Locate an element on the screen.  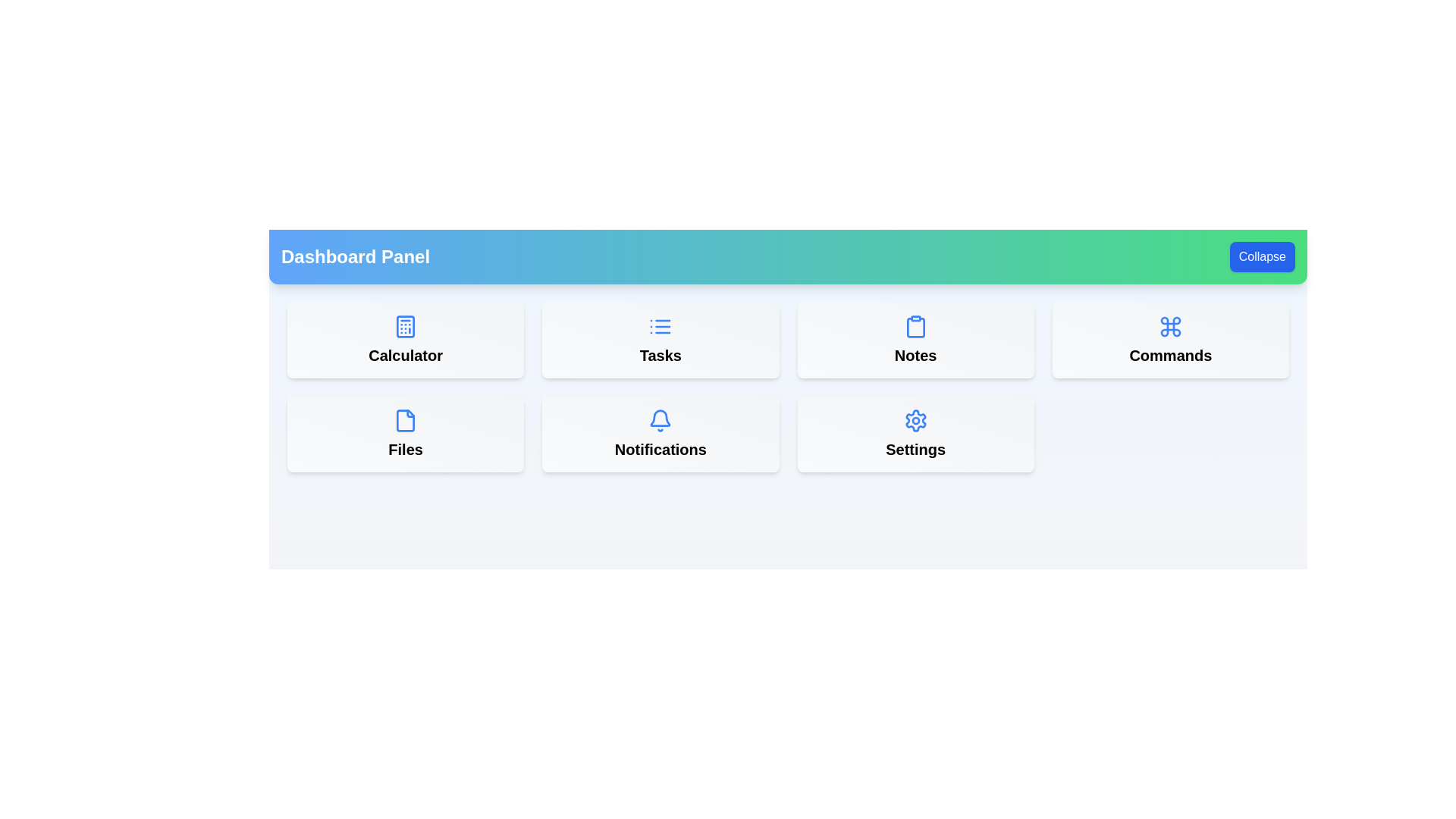
the menu item labeled Notes is located at coordinates (915, 339).